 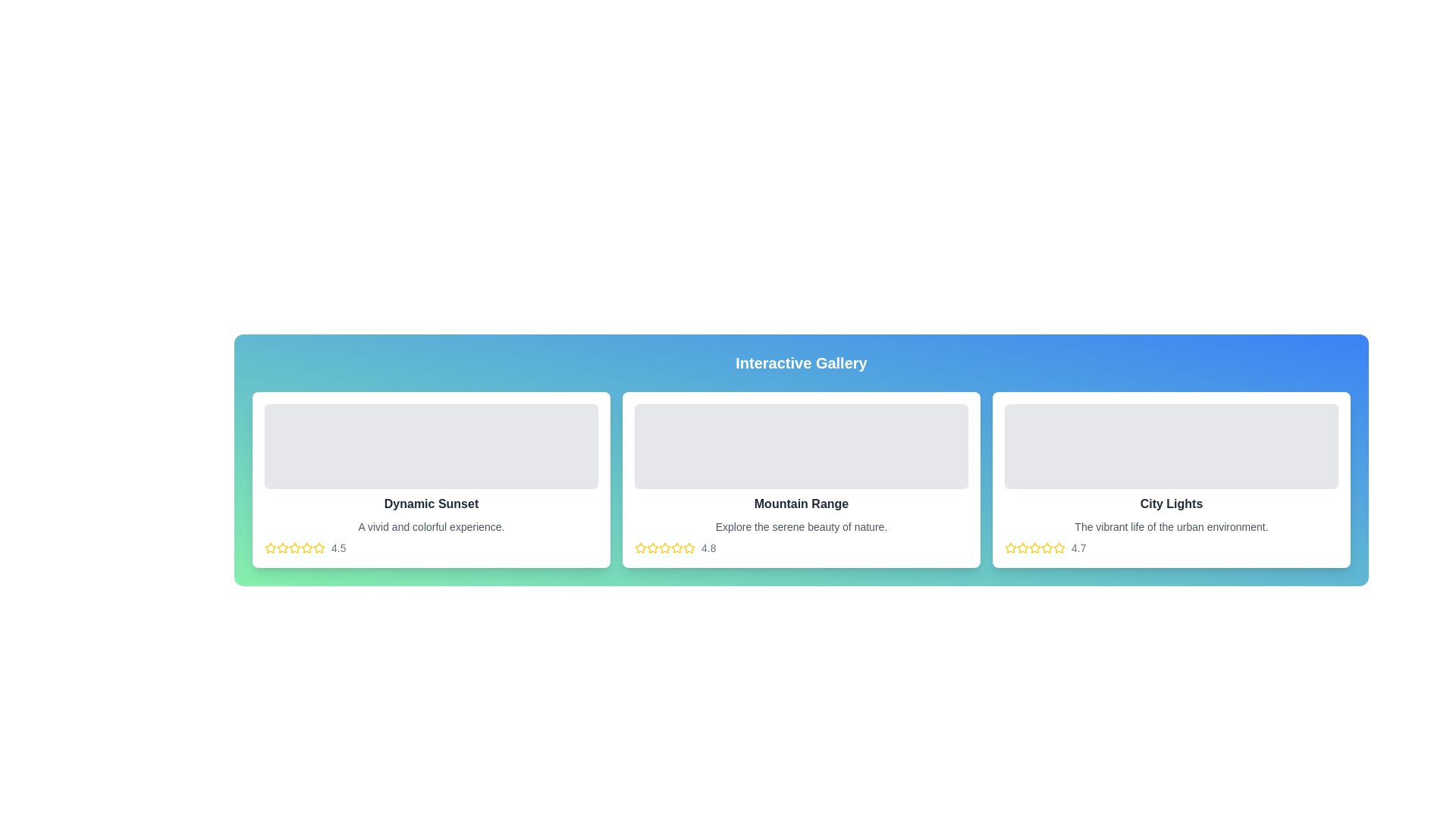 I want to click on the first star icon in the rating component for 'Mountain Range' that visually represents a rating of '4.8.', so click(x=652, y=548).